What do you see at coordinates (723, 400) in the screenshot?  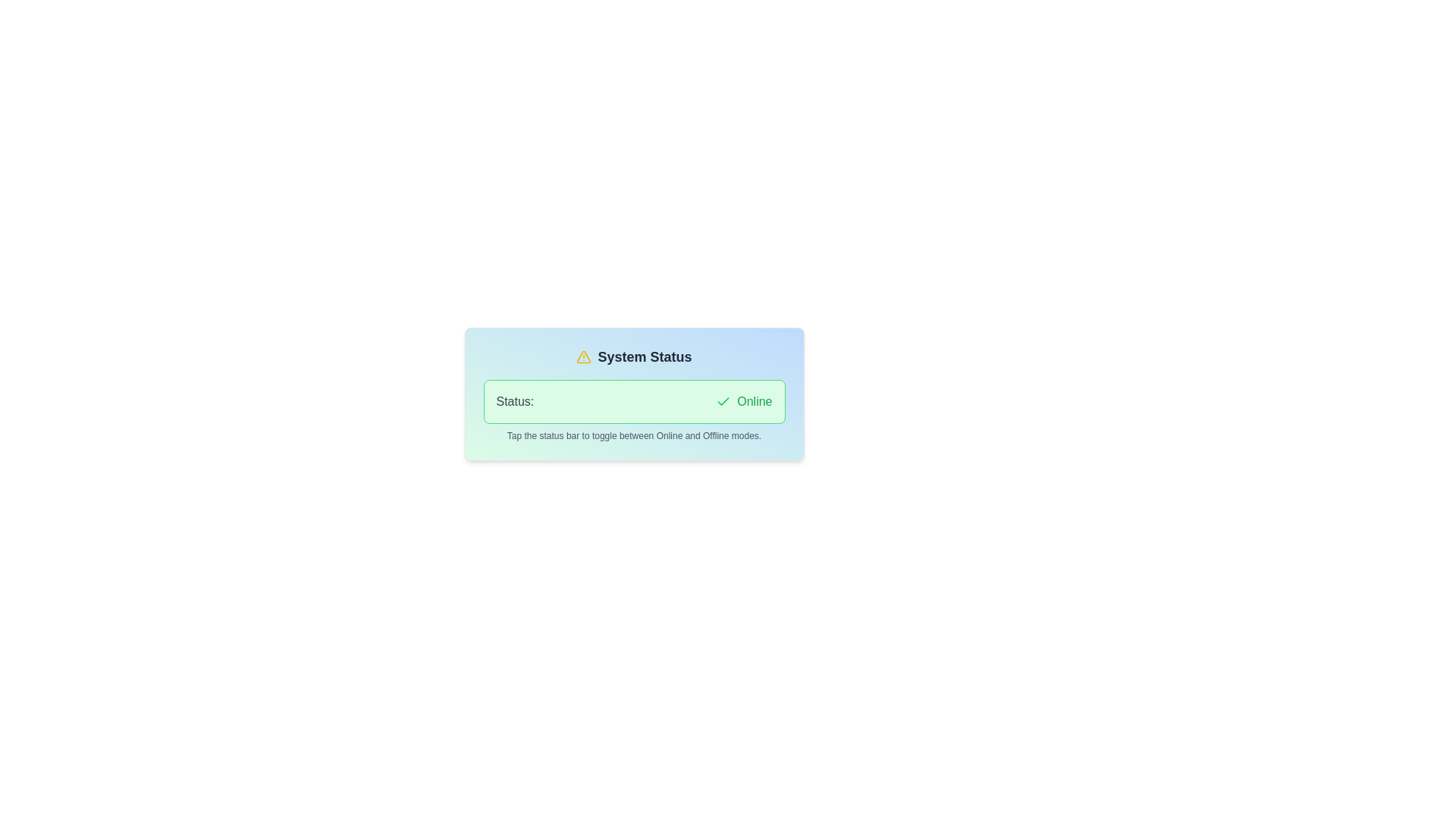 I see `the significance of the green checkmark icon indicating 'Online' status, which is located prominently next to the text within the status card` at bounding box center [723, 400].